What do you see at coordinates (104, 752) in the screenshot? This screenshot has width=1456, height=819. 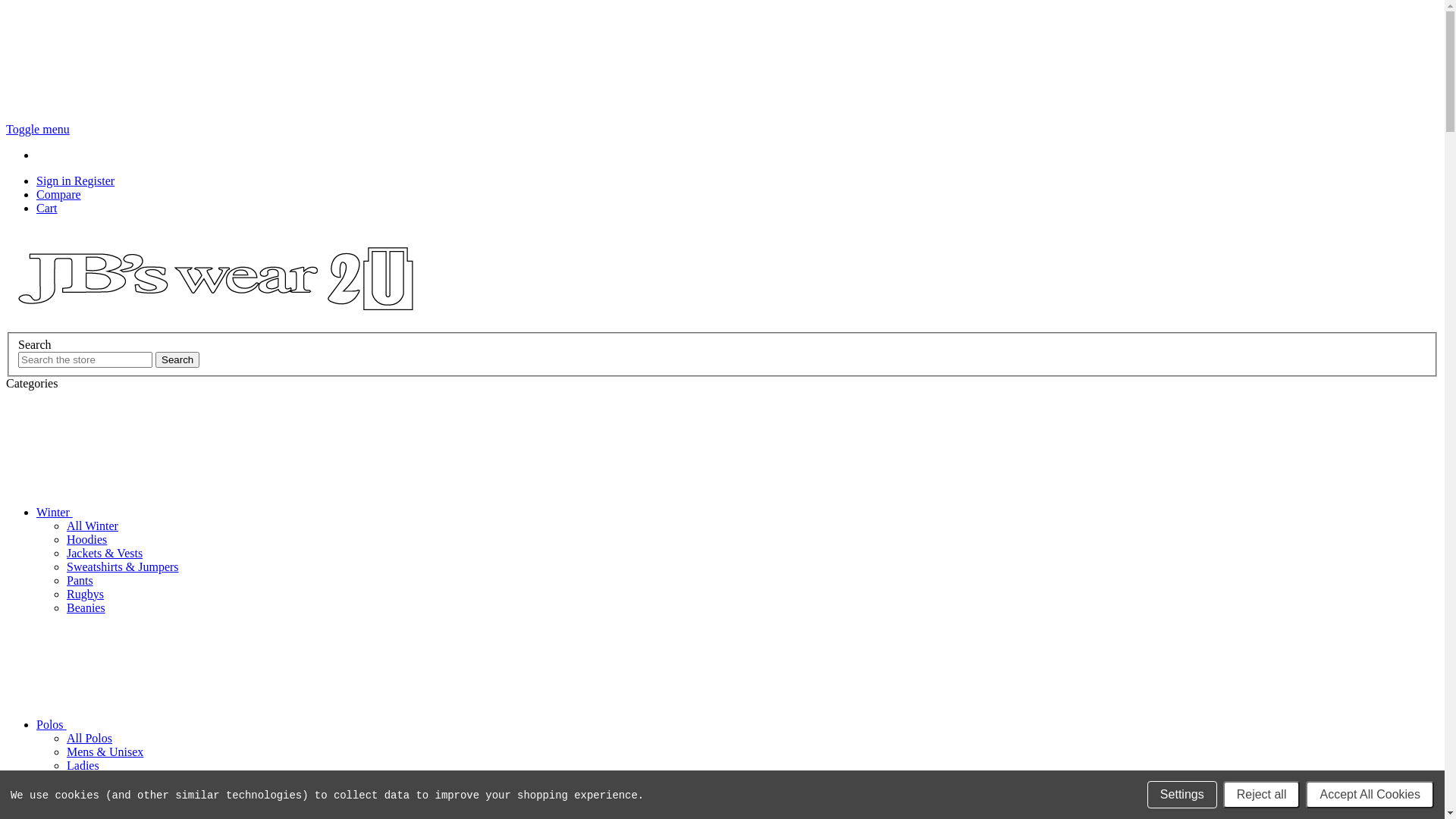 I see `'Mens & Unisex'` at bounding box center [104, 752].